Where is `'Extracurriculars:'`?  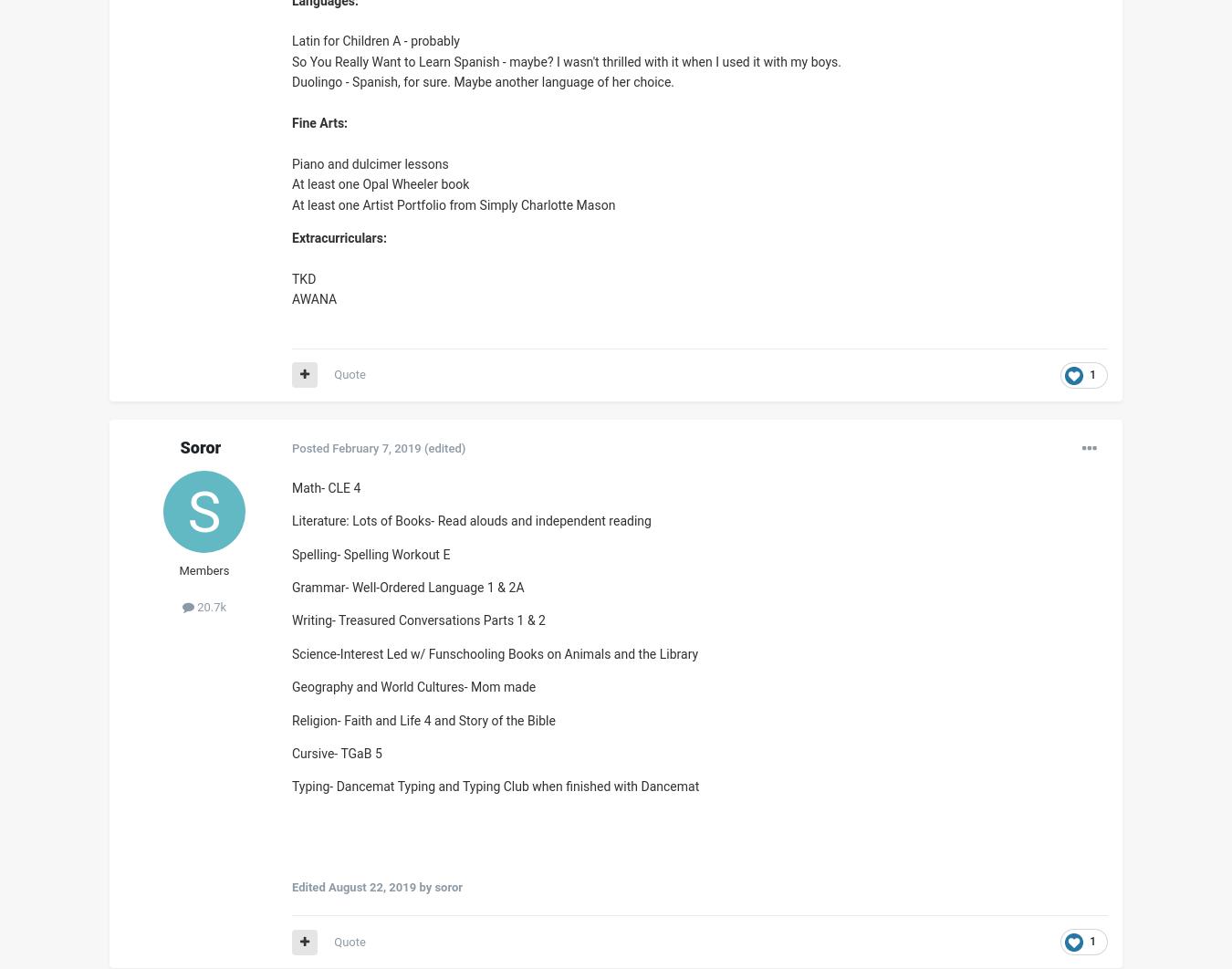
'Extracurriculars:' is located at coordinates (339, 236).